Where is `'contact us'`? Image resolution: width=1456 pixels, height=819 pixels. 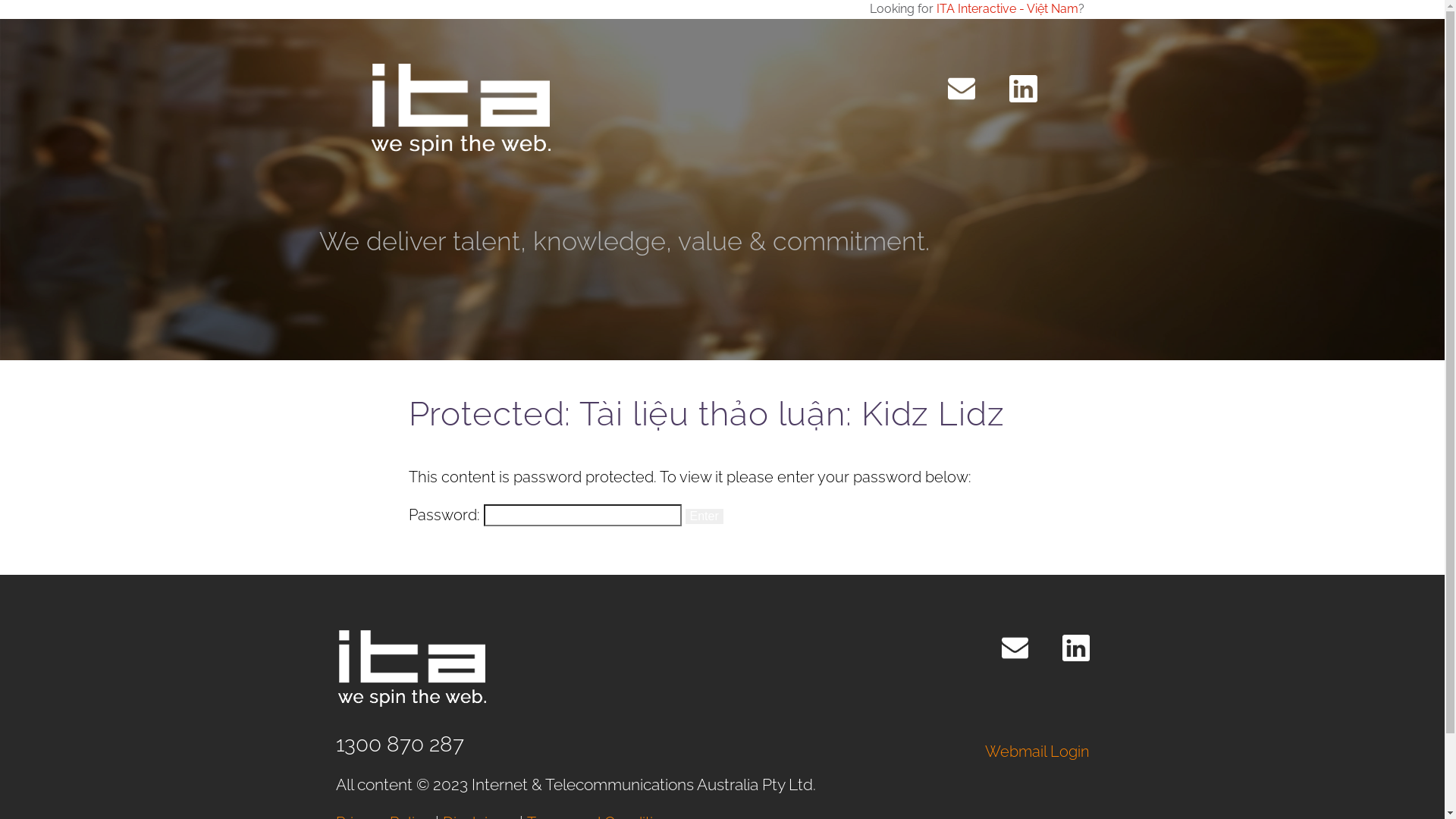 'contact us' is located at coordinates (946, 88).